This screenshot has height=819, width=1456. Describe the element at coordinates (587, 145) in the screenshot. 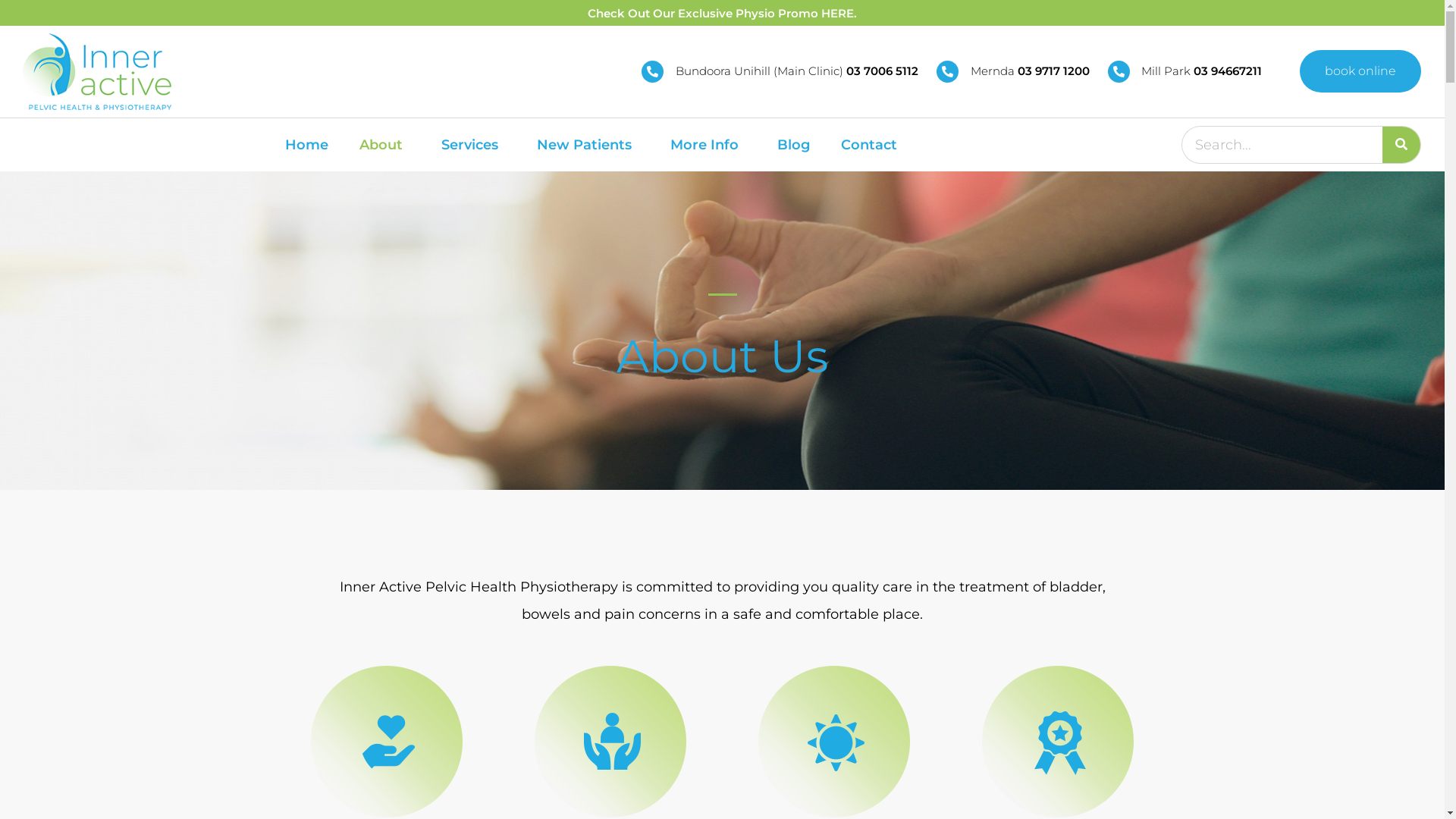

I see `'New Patients'` at that location.